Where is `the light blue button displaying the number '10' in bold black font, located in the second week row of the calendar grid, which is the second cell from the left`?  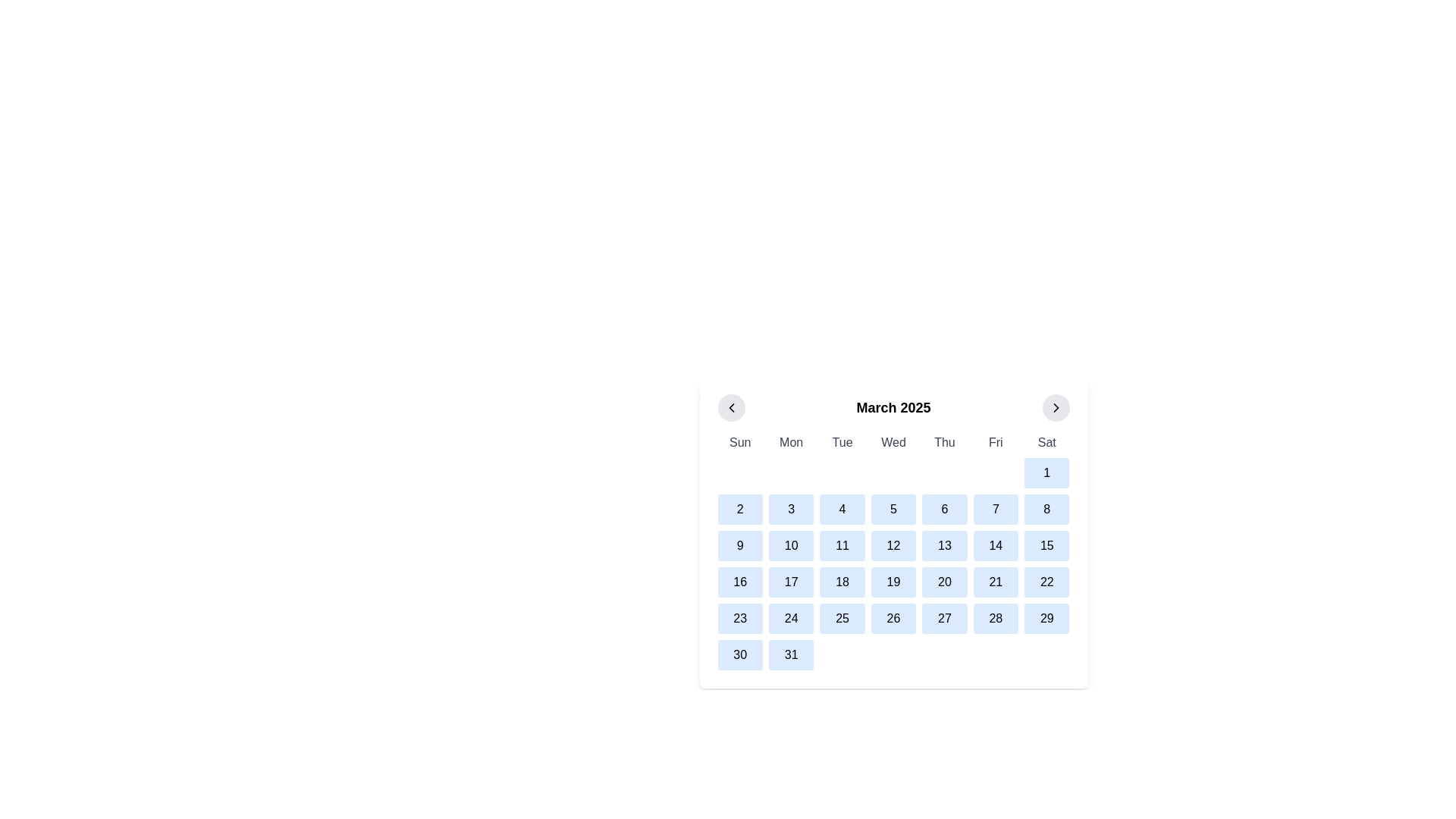 the light blue button displaying the number '10' in bold black font, located in the second week row of the calendar grid, which is the second cell from the left is located at coordinates (790, 546).